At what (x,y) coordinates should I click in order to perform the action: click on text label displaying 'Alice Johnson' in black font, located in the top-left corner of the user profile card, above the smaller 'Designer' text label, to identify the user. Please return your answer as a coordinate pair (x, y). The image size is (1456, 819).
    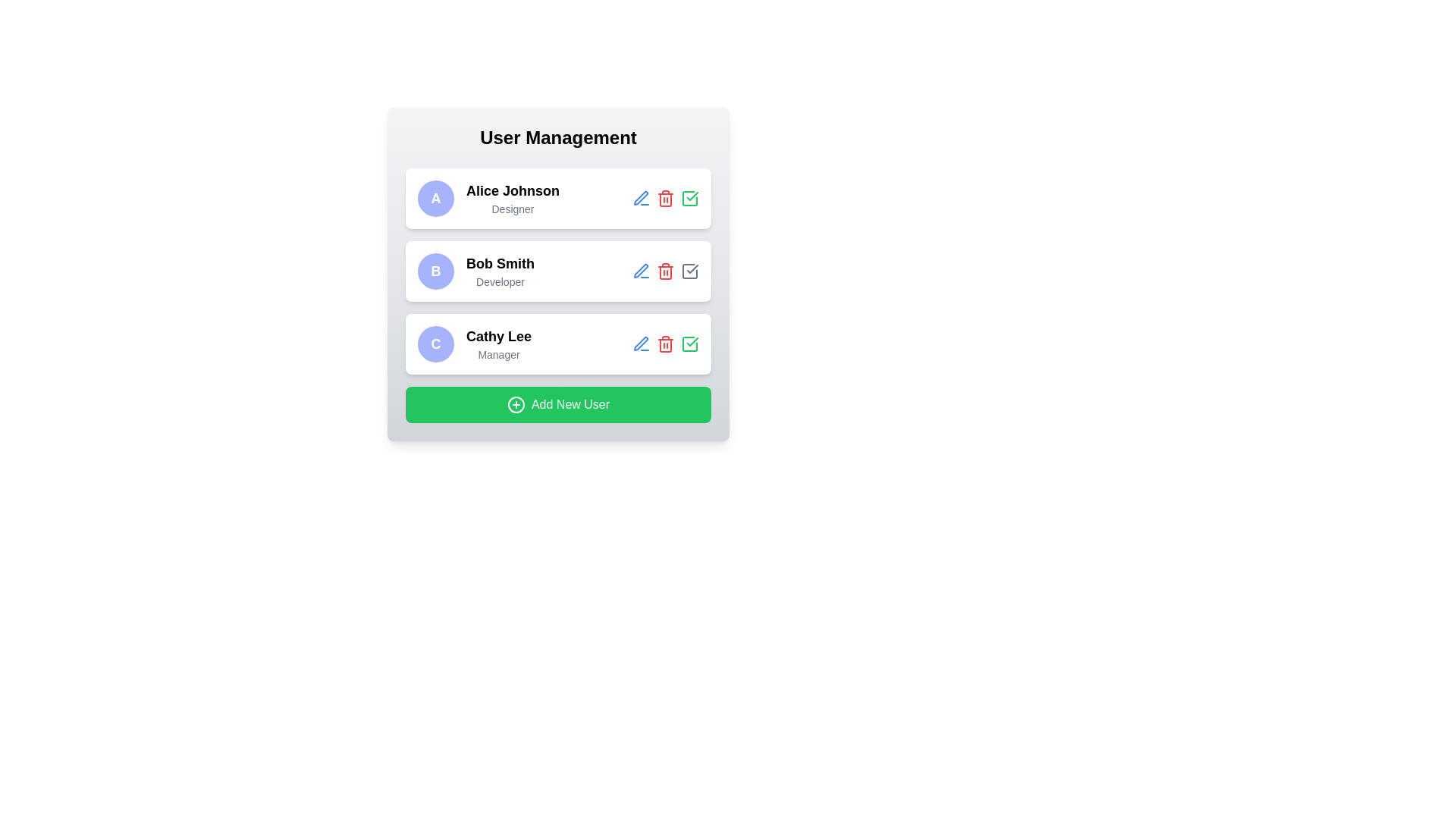
    Looking at the image, I should click on (513, 190).